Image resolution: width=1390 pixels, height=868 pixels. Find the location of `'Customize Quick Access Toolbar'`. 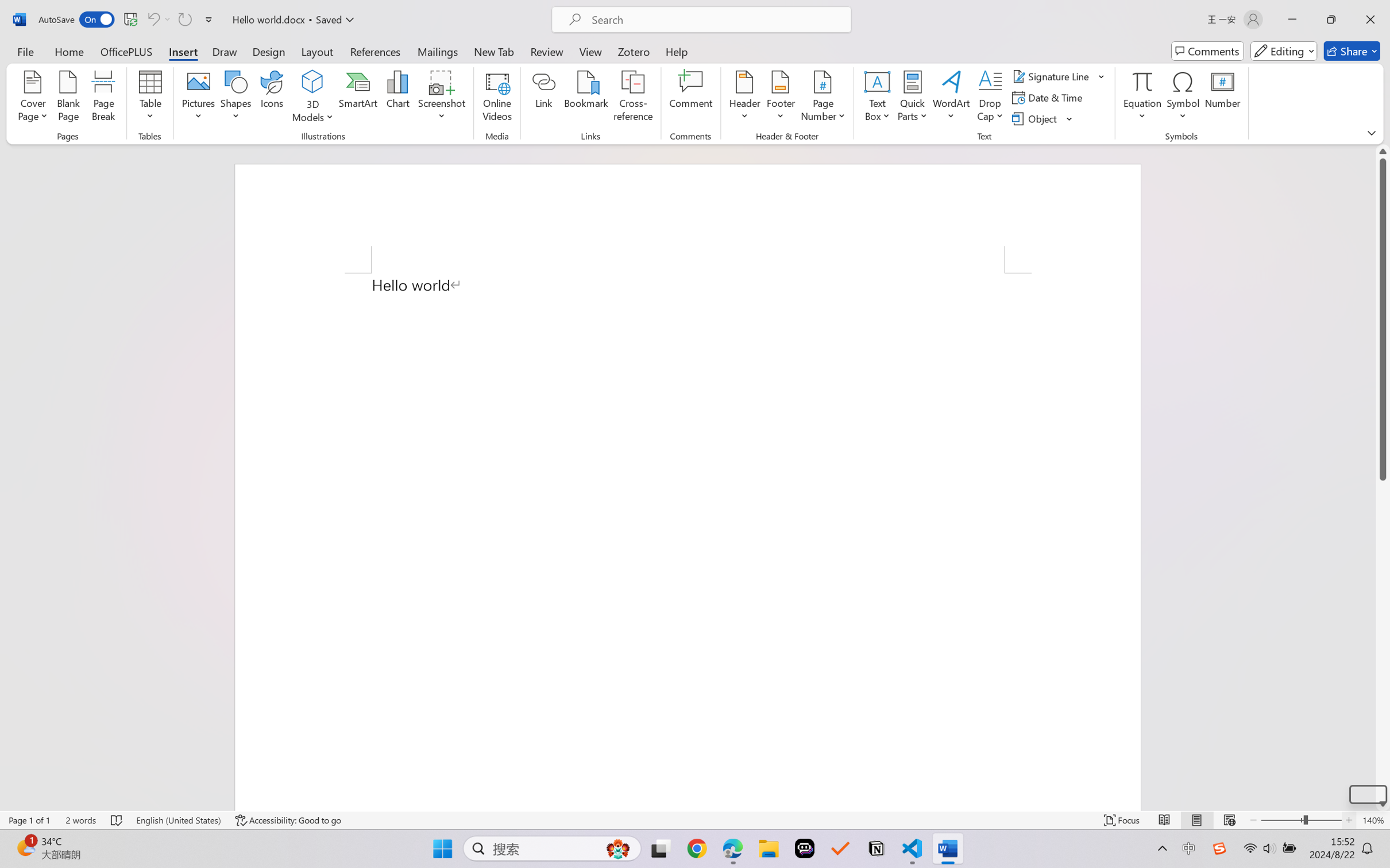

'Customize Quick Access Toolbar' is located at coordinates (208, 19).